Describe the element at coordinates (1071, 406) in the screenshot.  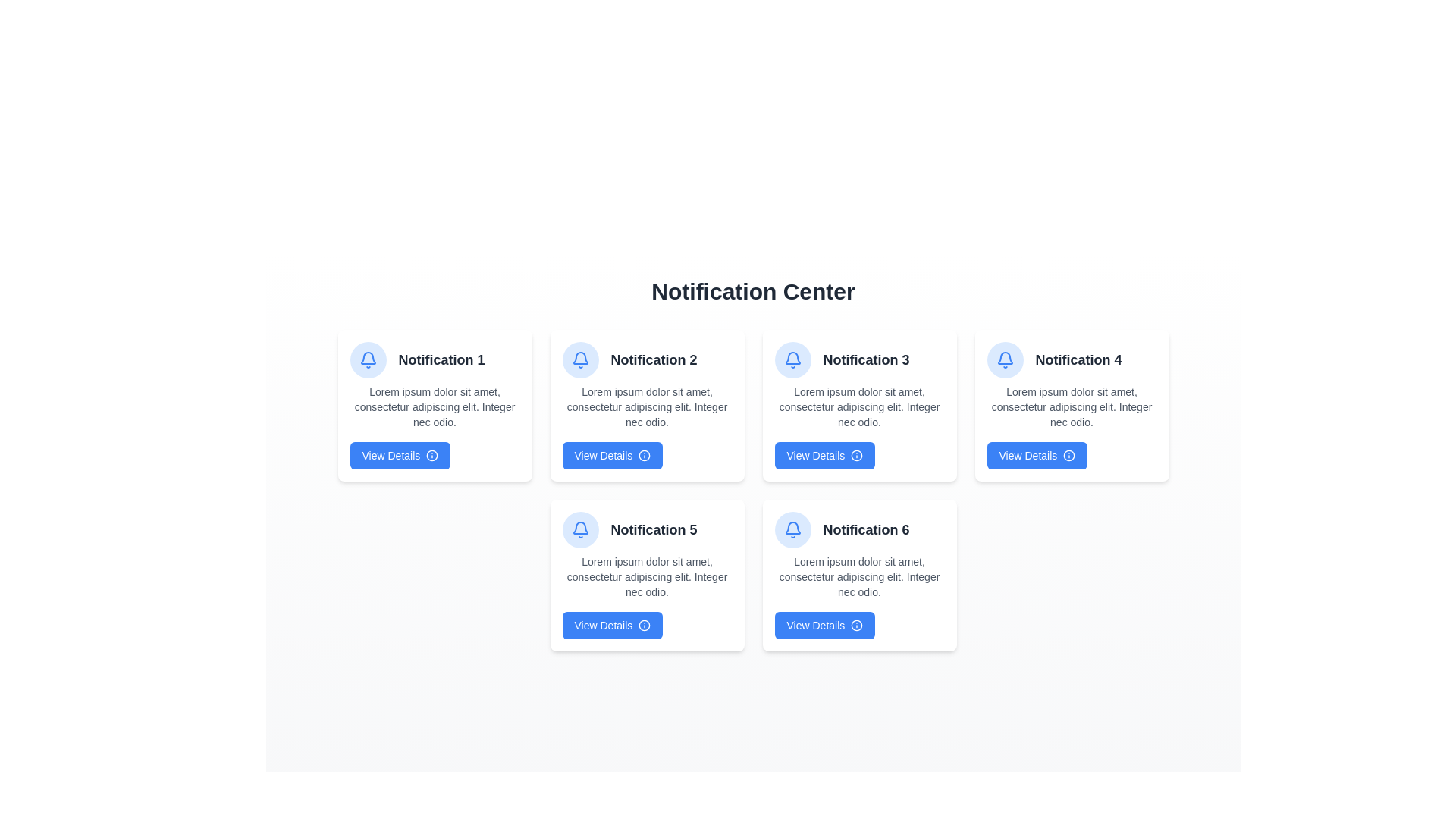
I see `the text block that displays a brief descriptive message for 'Notification 4', located beneath the title text and above the action button` at that location.